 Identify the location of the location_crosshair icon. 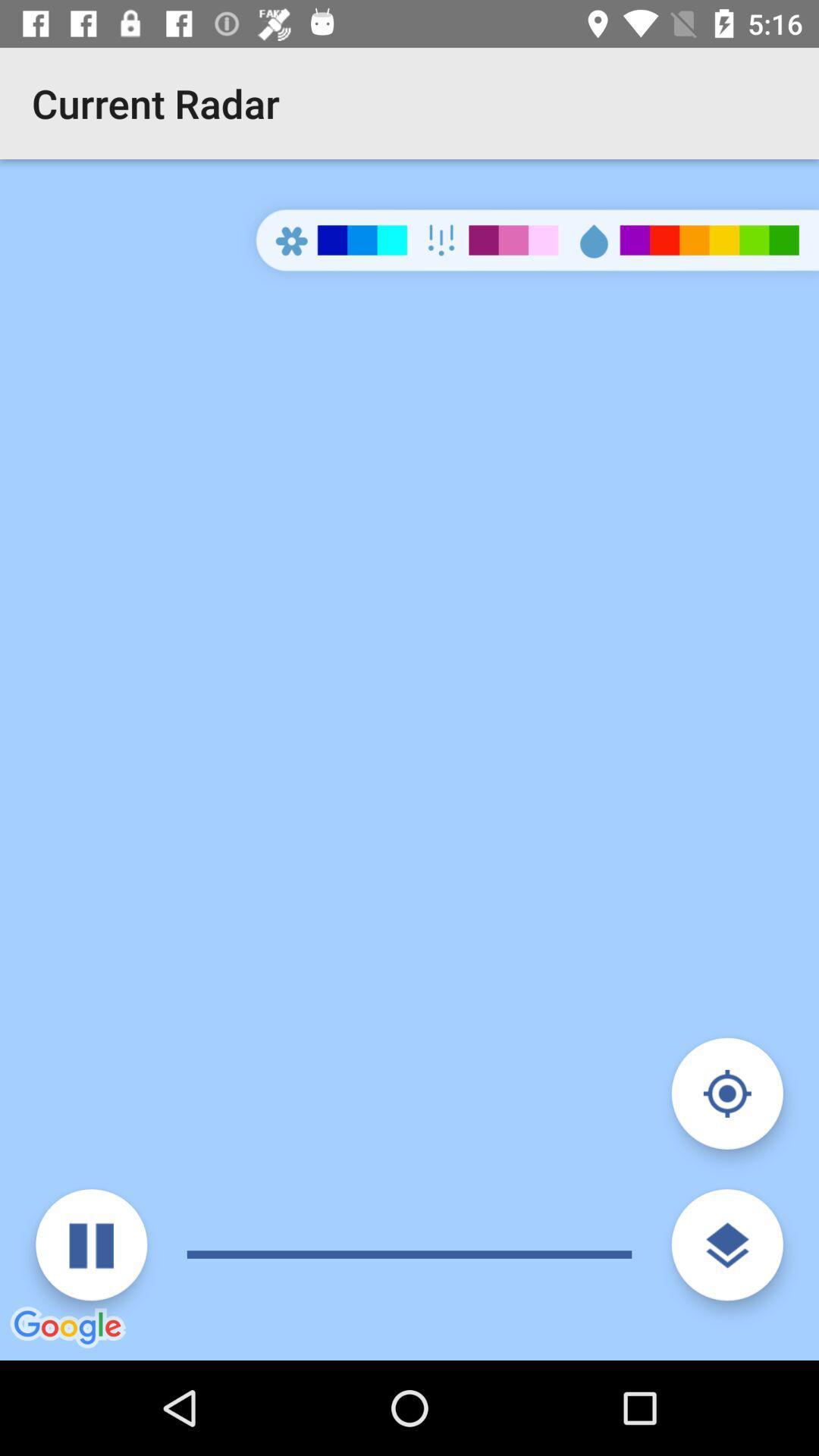
(726, 1094).